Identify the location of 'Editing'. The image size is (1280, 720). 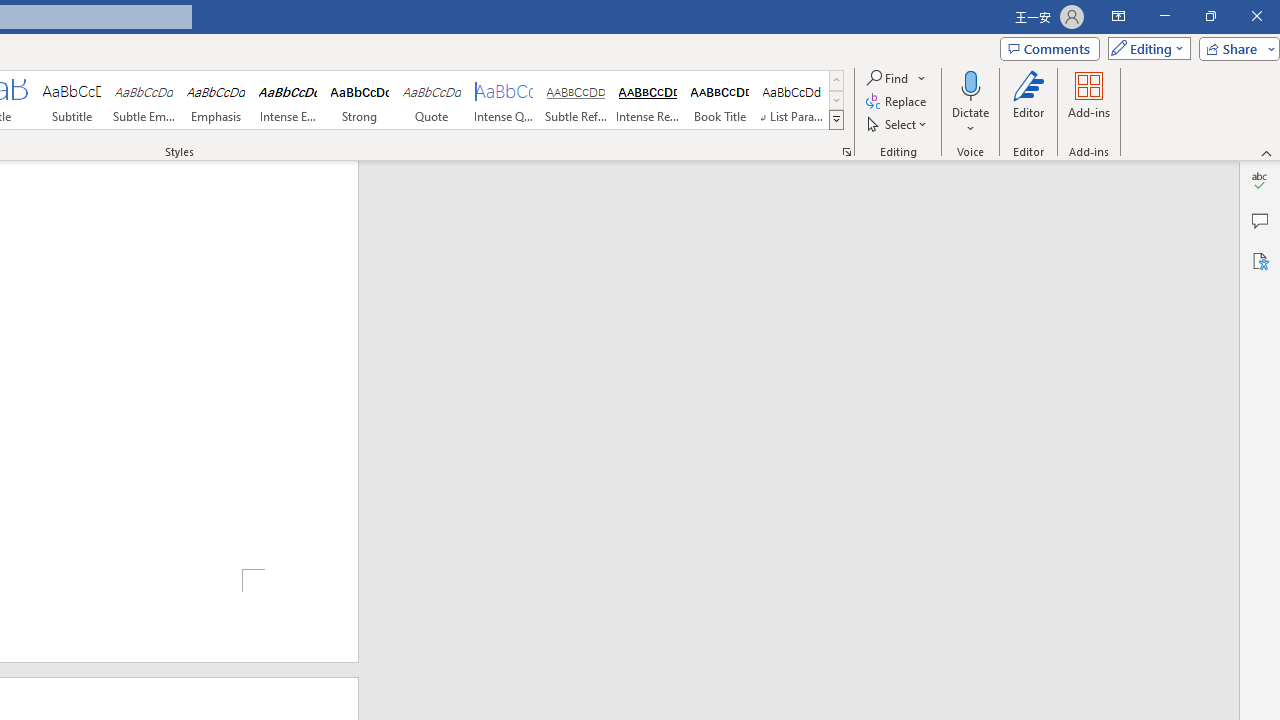
(1144, 47).